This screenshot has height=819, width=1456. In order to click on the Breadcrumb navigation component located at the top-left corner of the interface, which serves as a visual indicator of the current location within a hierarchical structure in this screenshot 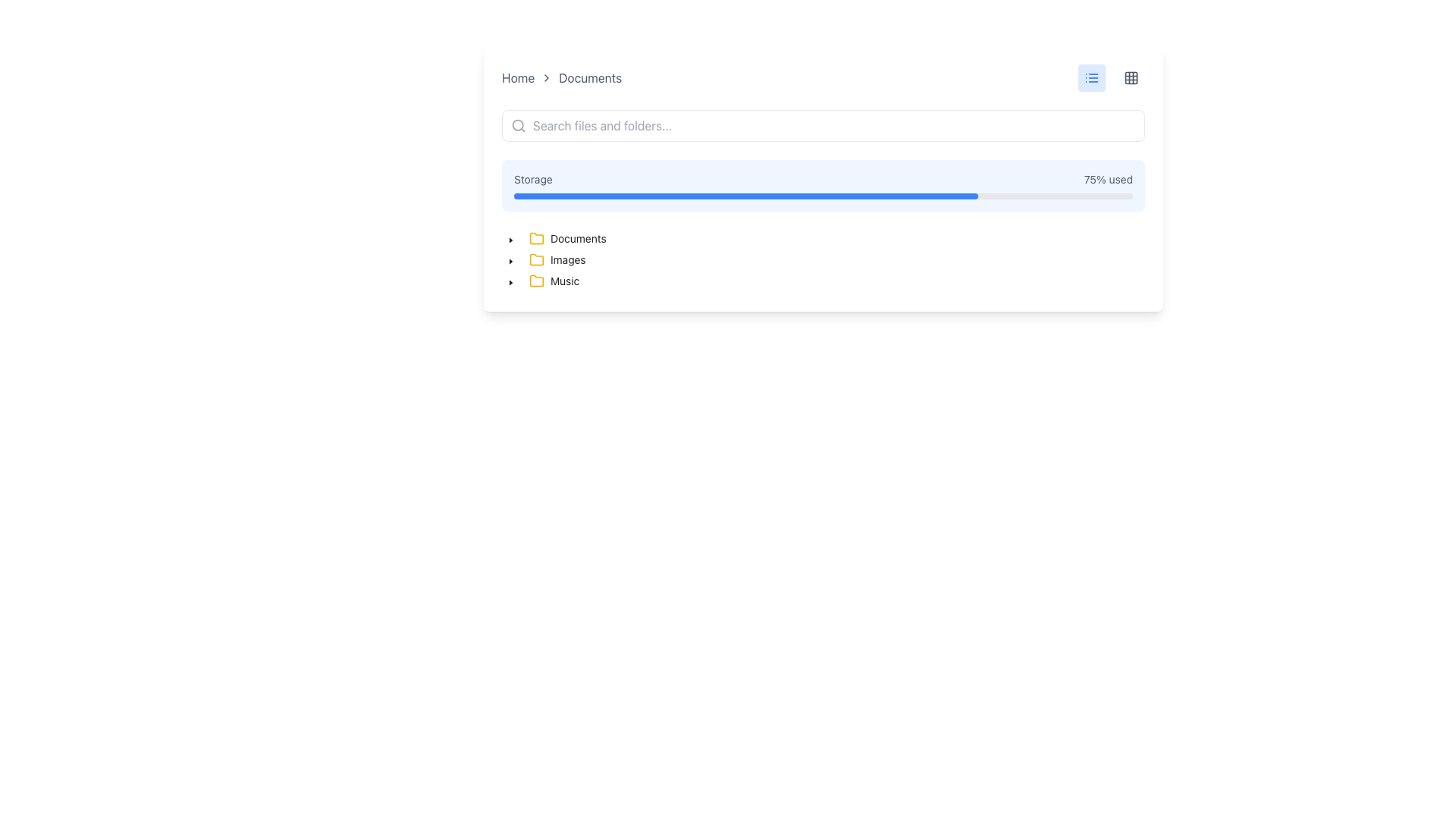, I will do `click(561, 78)`.